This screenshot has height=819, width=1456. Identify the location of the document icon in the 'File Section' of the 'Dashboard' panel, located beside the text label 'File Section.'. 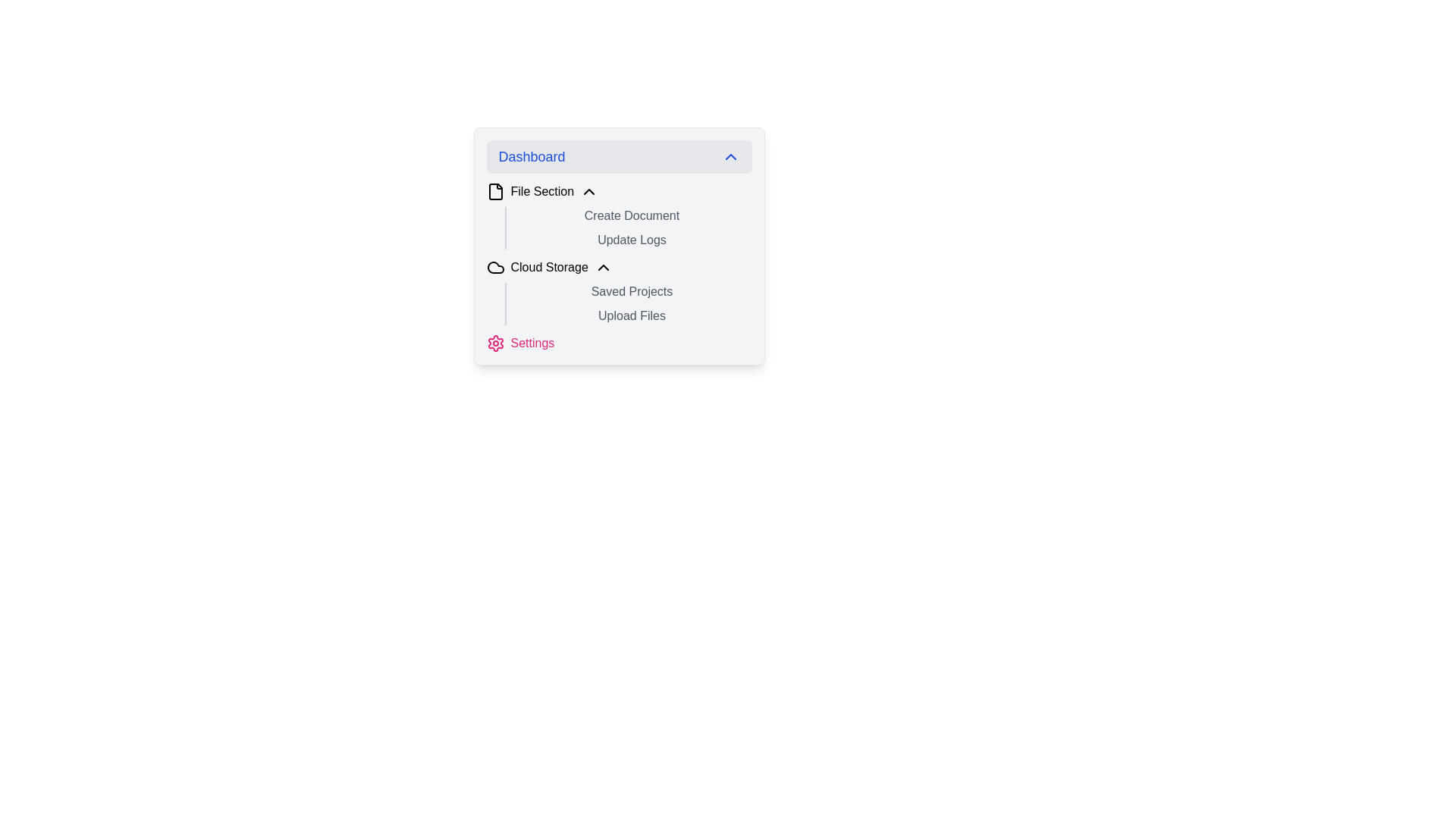
(495, 191).